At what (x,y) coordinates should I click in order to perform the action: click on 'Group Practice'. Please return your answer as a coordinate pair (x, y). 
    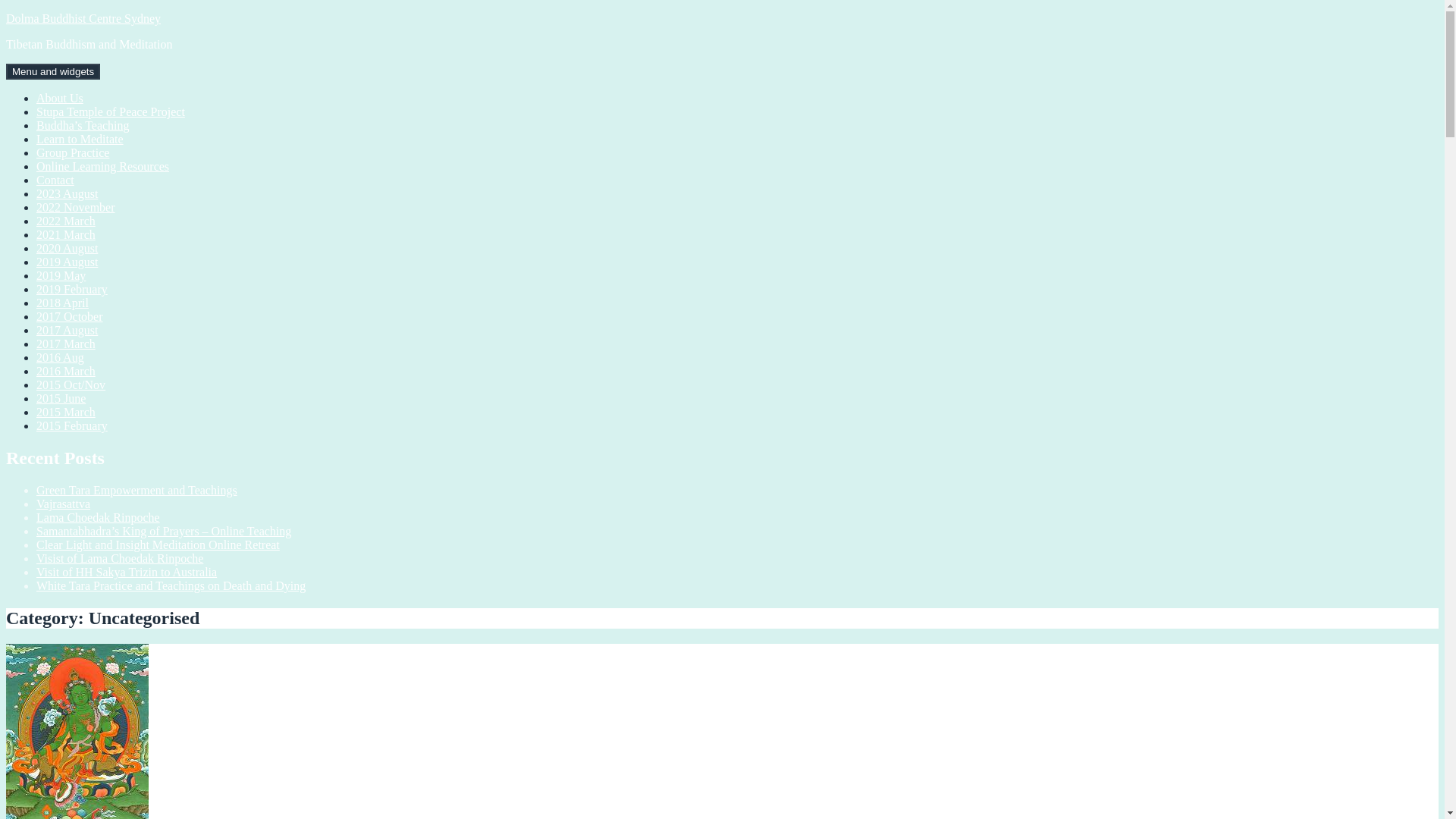
    Looking at the image, I should click on (72, 152).